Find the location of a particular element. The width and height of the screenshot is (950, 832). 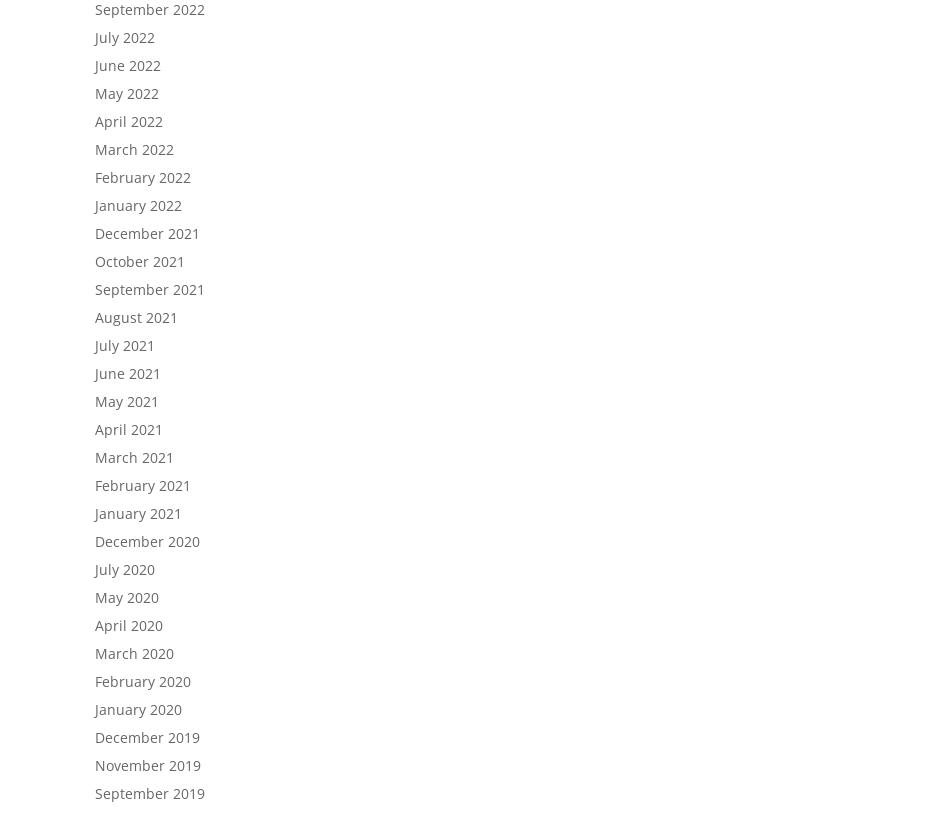

'June 2022' is located at coordinates (127, 64).